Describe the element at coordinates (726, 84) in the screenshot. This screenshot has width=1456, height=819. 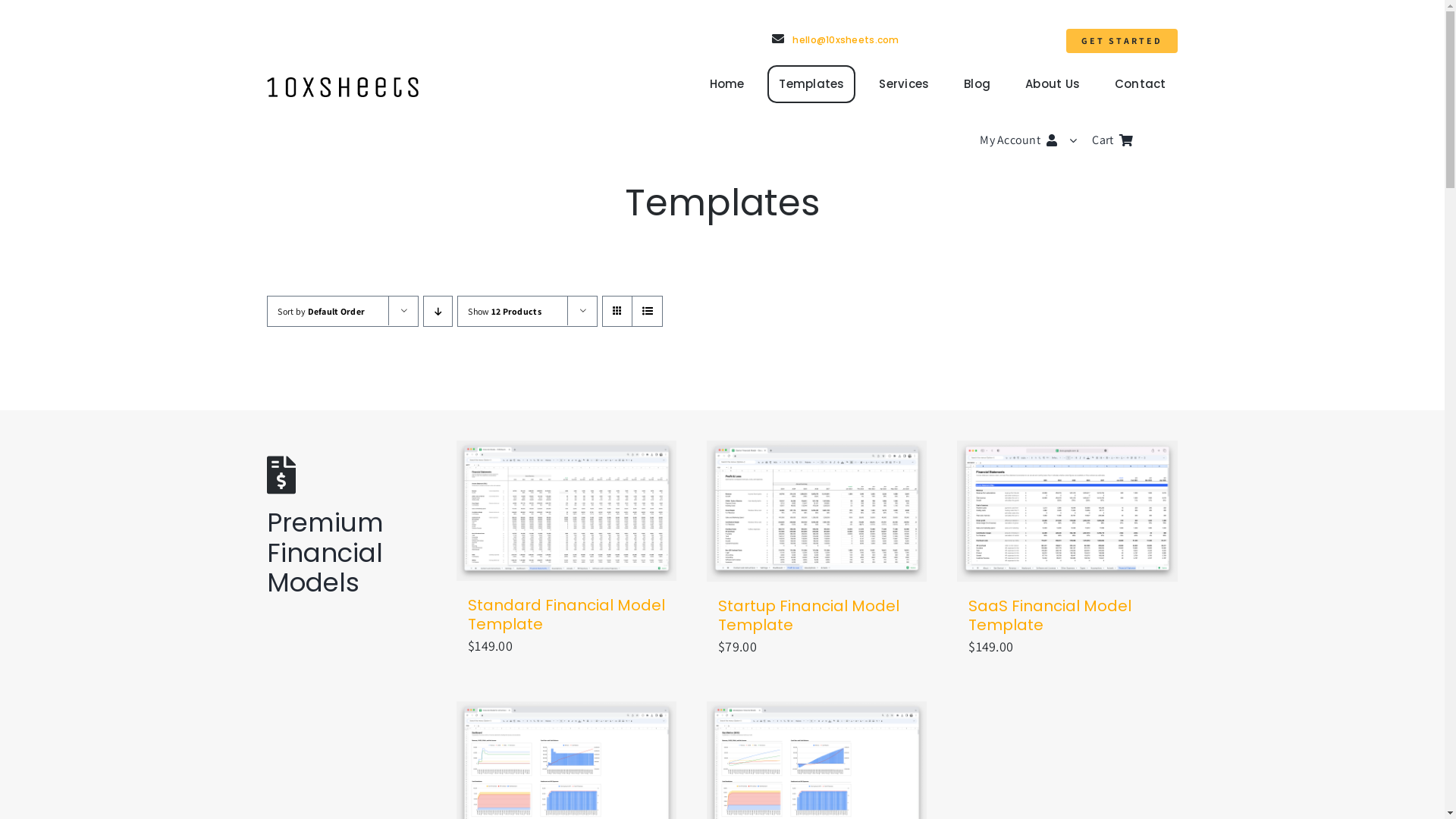
I see `'Home'` at that location.